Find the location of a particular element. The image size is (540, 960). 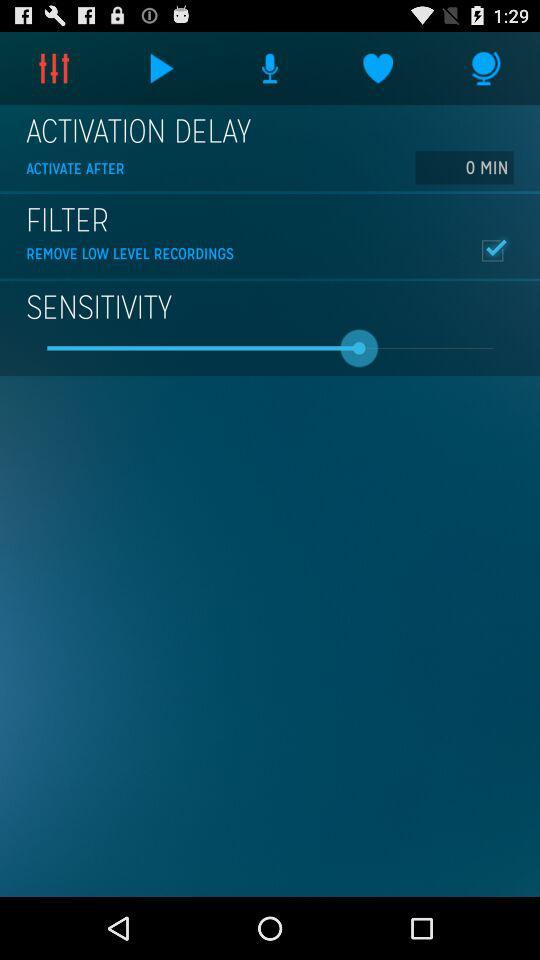

item above sensitivity icon is located at coordinates (491, 249).